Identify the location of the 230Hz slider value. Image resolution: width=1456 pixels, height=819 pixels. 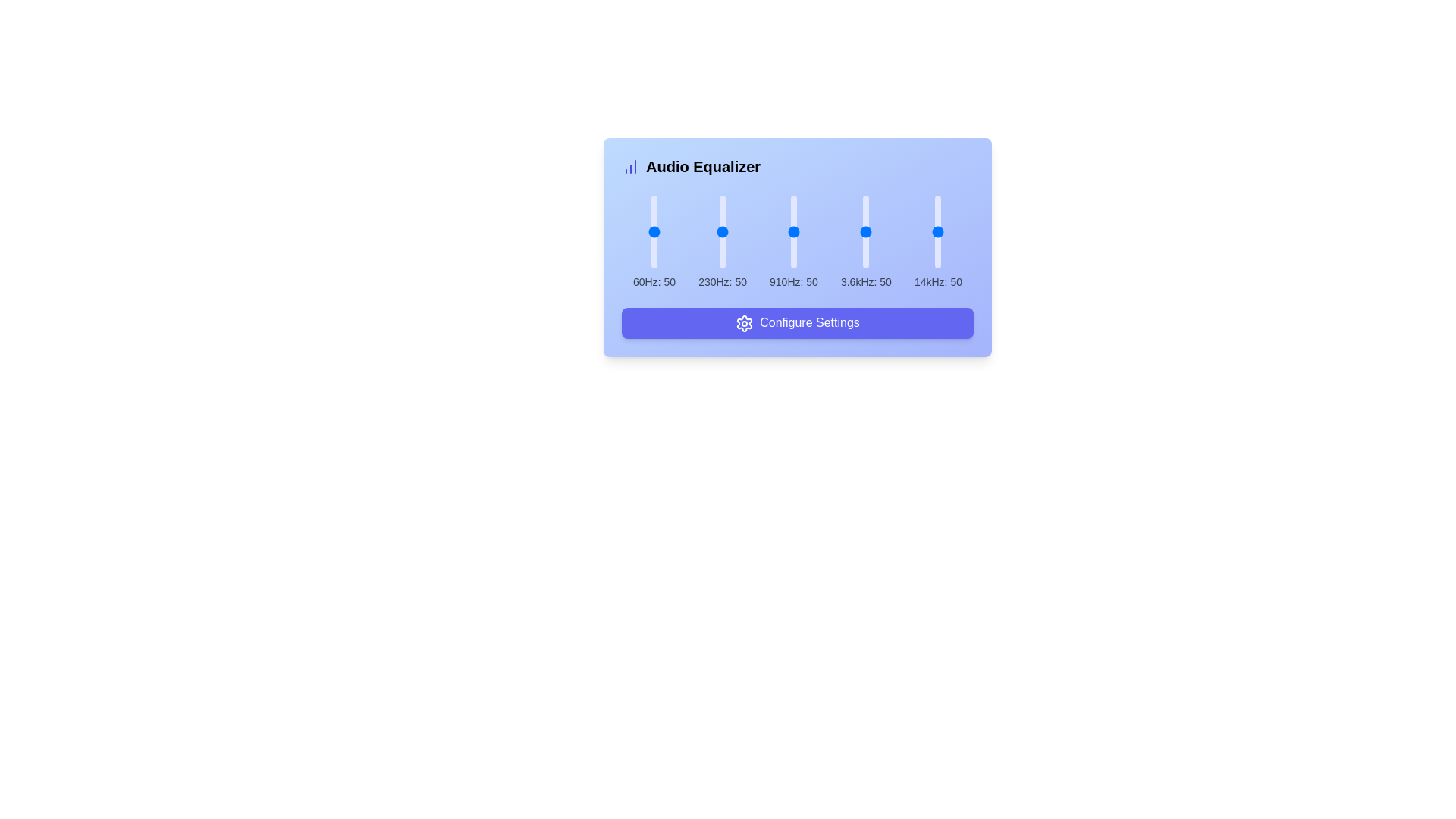
(722, 265).